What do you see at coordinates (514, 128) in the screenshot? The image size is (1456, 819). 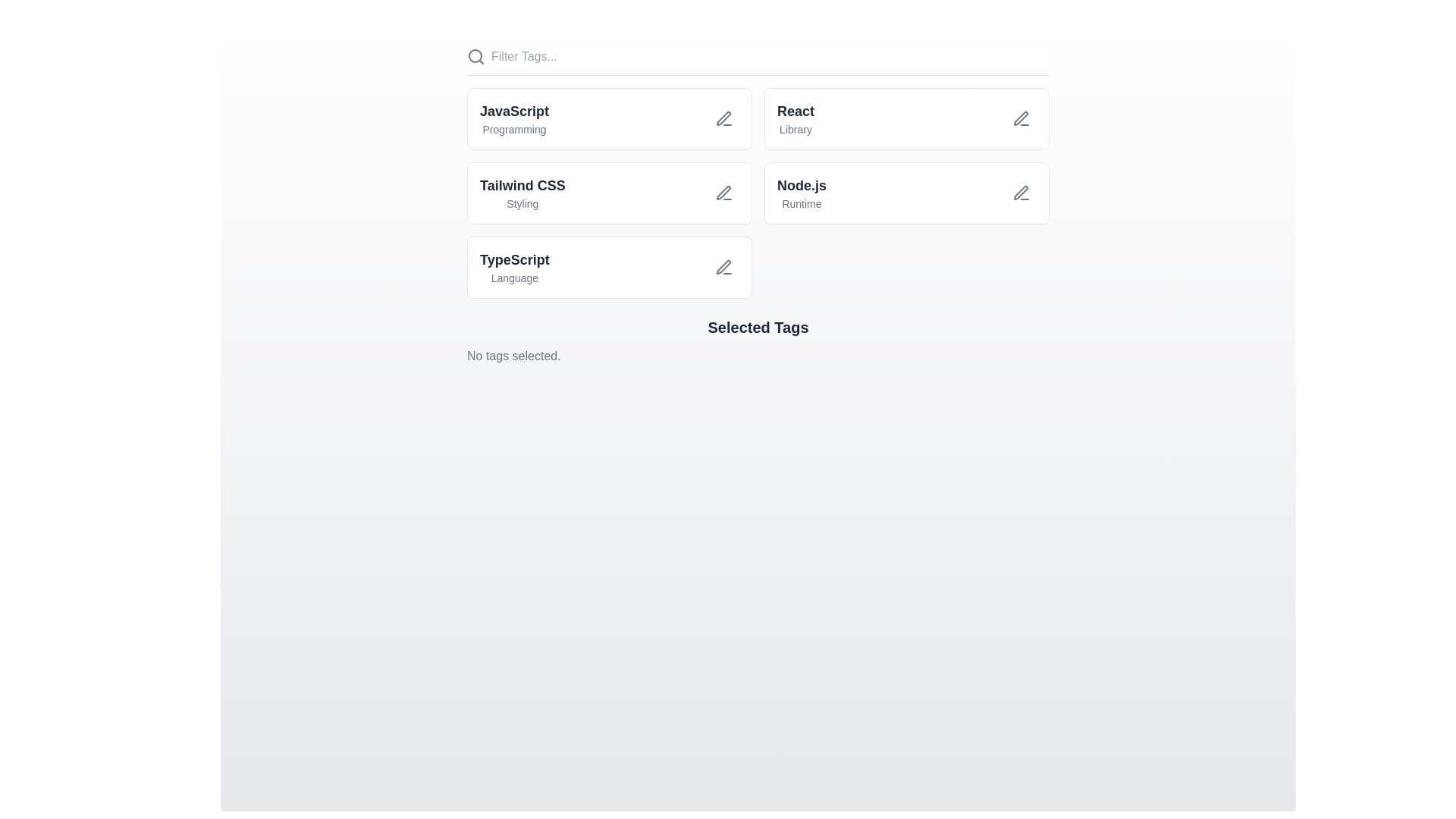 I see `the Static text label that classifies 'JavaScript' as related to 'Programming', located beneath the primary 'JavaScript' label` at bounding box center [514, 128].